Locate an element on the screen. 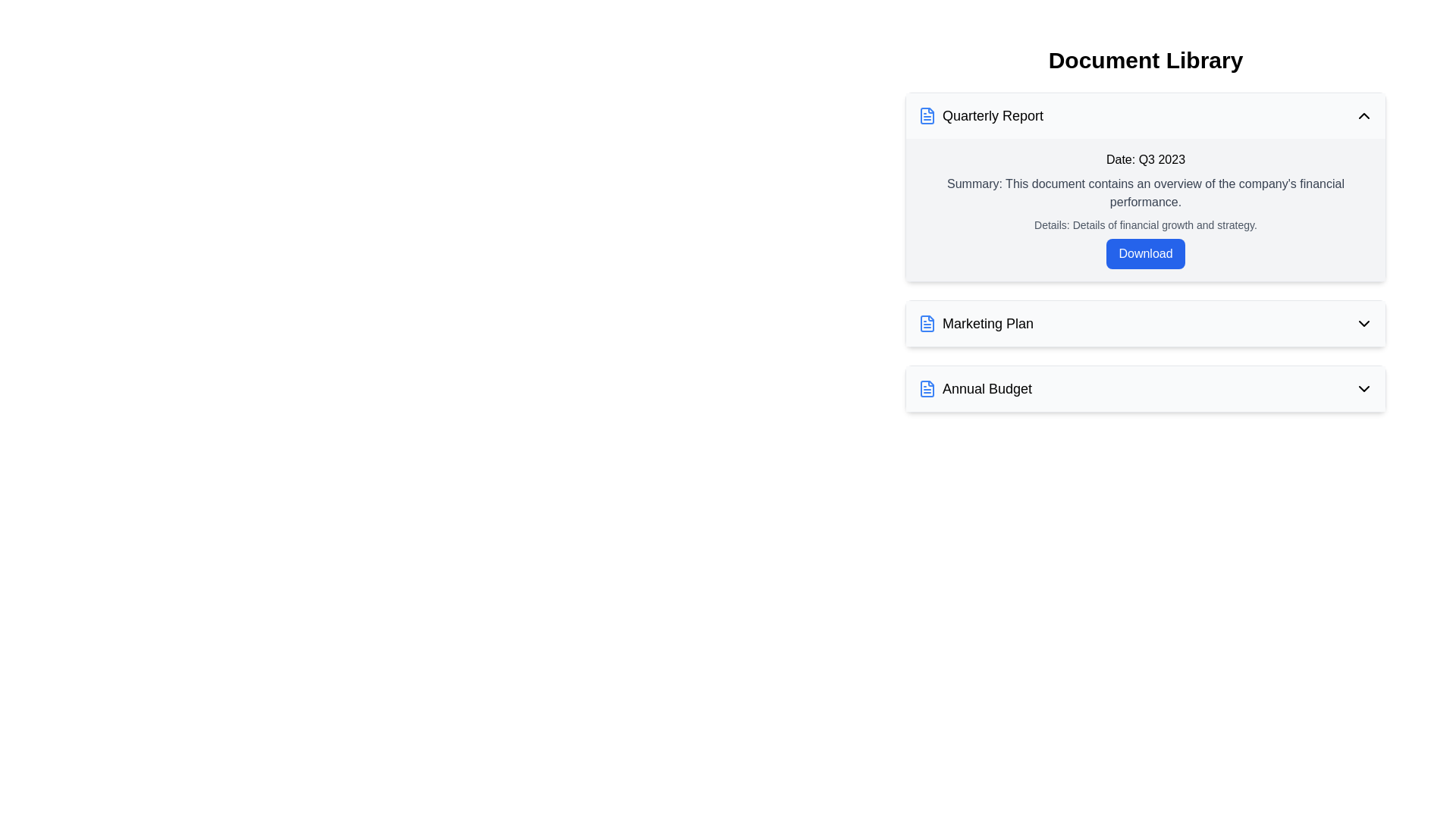 The height and width of the screenshot is (819, 1456). the document icon associated with the 'Annual Budget' text in the 'Document Library' list is located at coordinates (927, 388).